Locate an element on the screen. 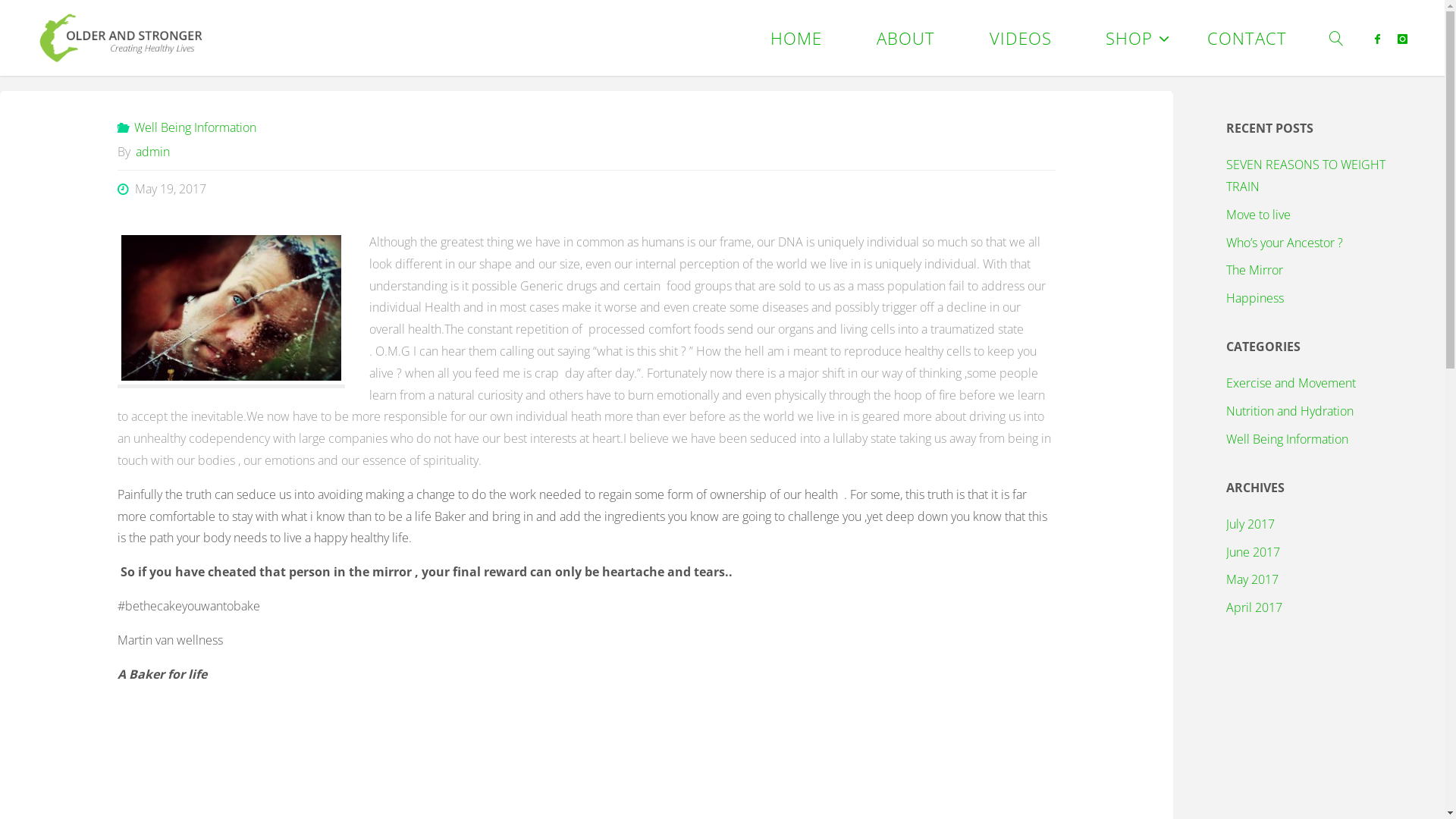 This screenshot has width=1456, height=819. 'May 2017' is located at coordinates (1252, 579).